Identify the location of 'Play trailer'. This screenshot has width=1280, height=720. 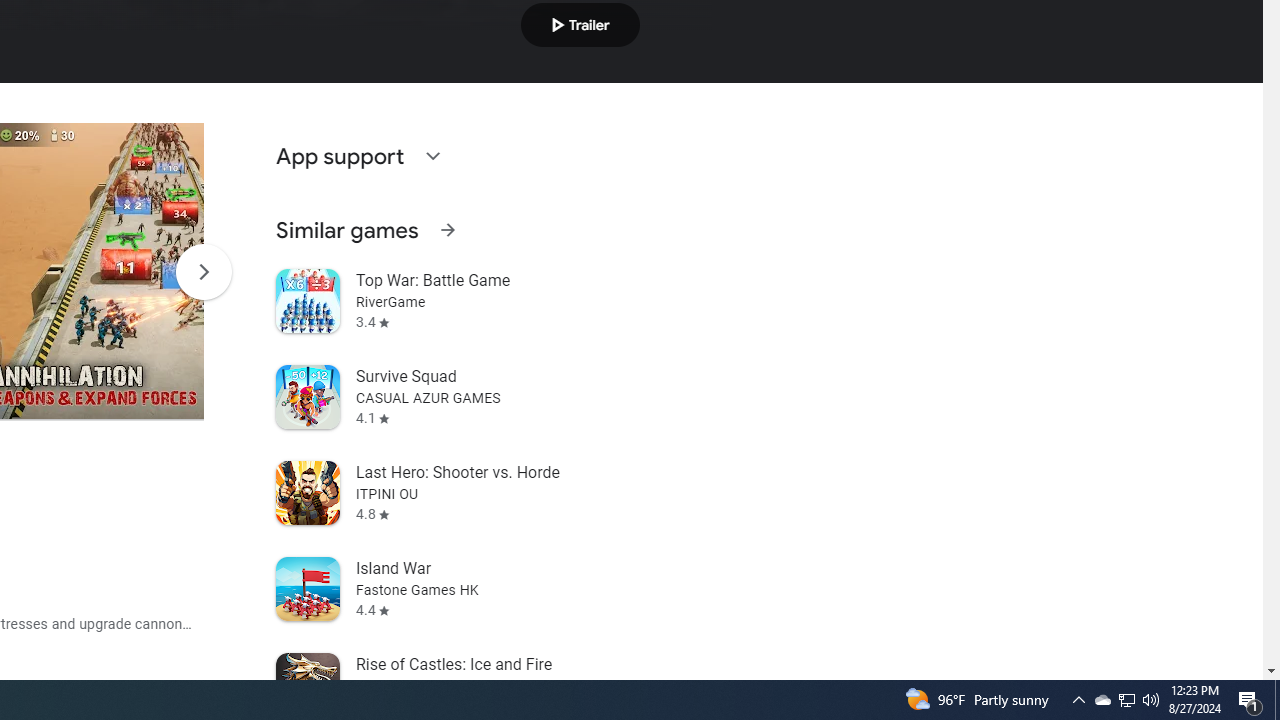
(579, 24).